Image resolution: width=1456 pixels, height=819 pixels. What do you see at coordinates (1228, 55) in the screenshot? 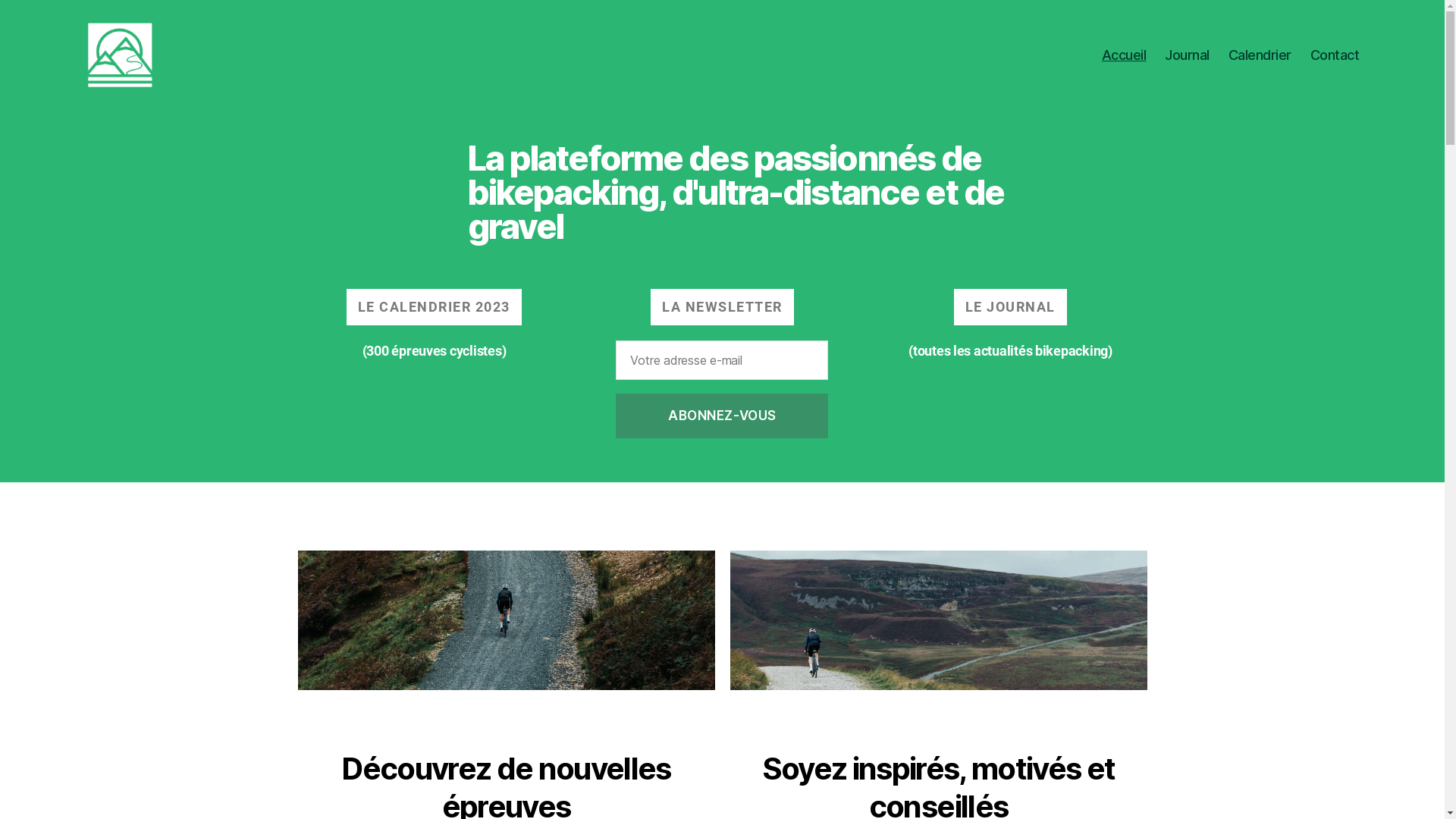
I see `'Calendrier'` at bounding box center [1228, 55].